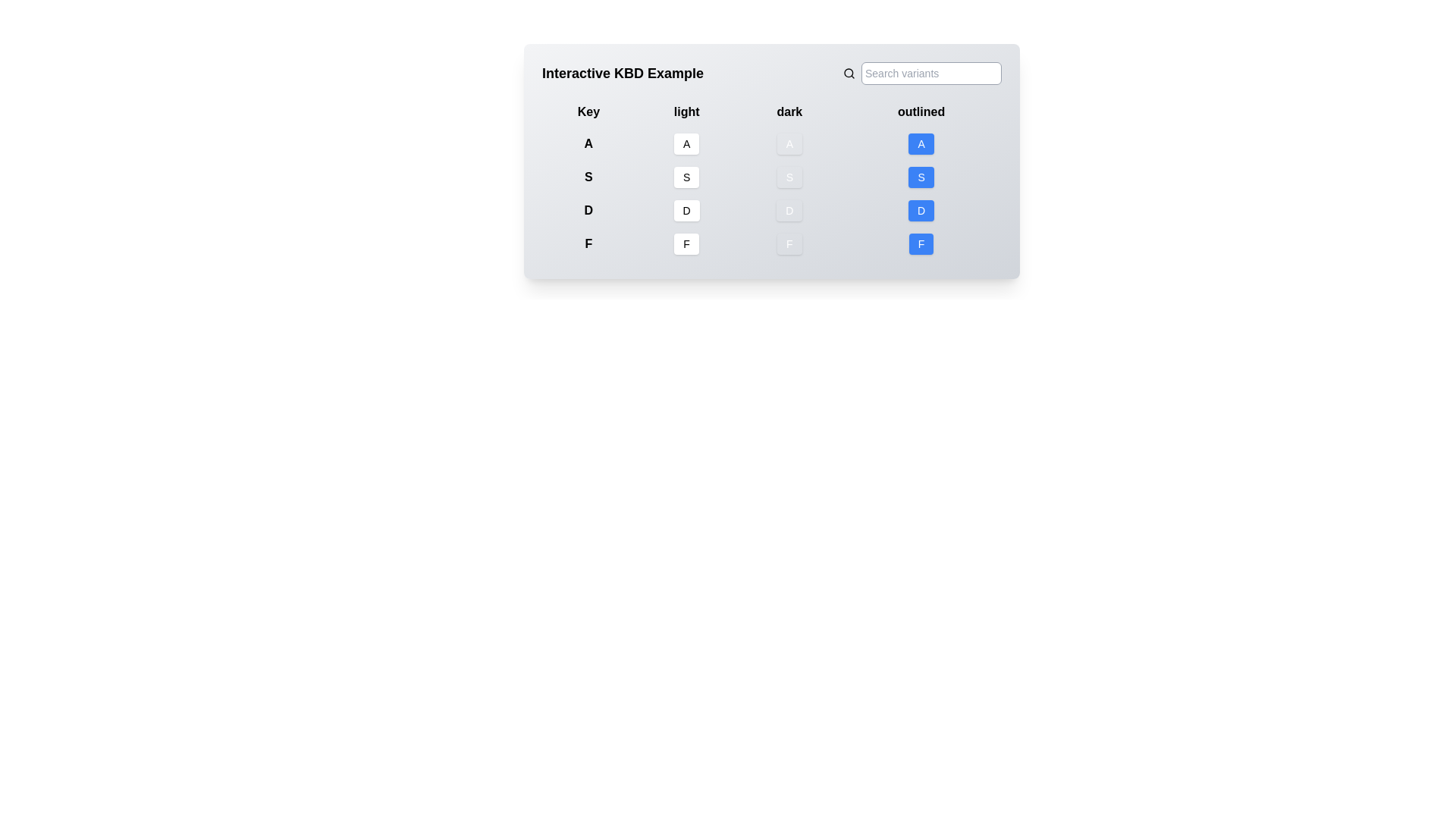  Describe the element at coordinates (686, 243) in the screenshot. I see `the small rectangular button with the character 'F' written in bold, located in the 'light' column, fourth in the row of similar buttons` at that location.